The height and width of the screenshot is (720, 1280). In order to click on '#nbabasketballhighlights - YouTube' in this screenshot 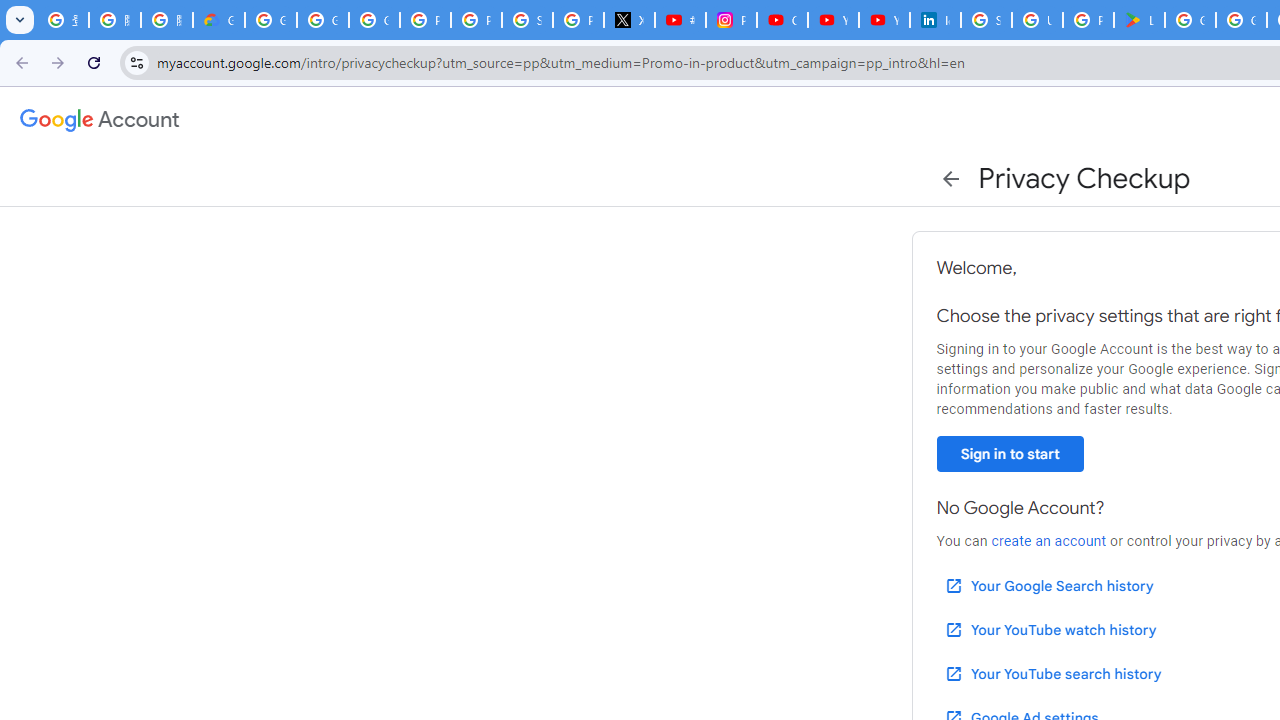, I will do `click(680, 20)`.